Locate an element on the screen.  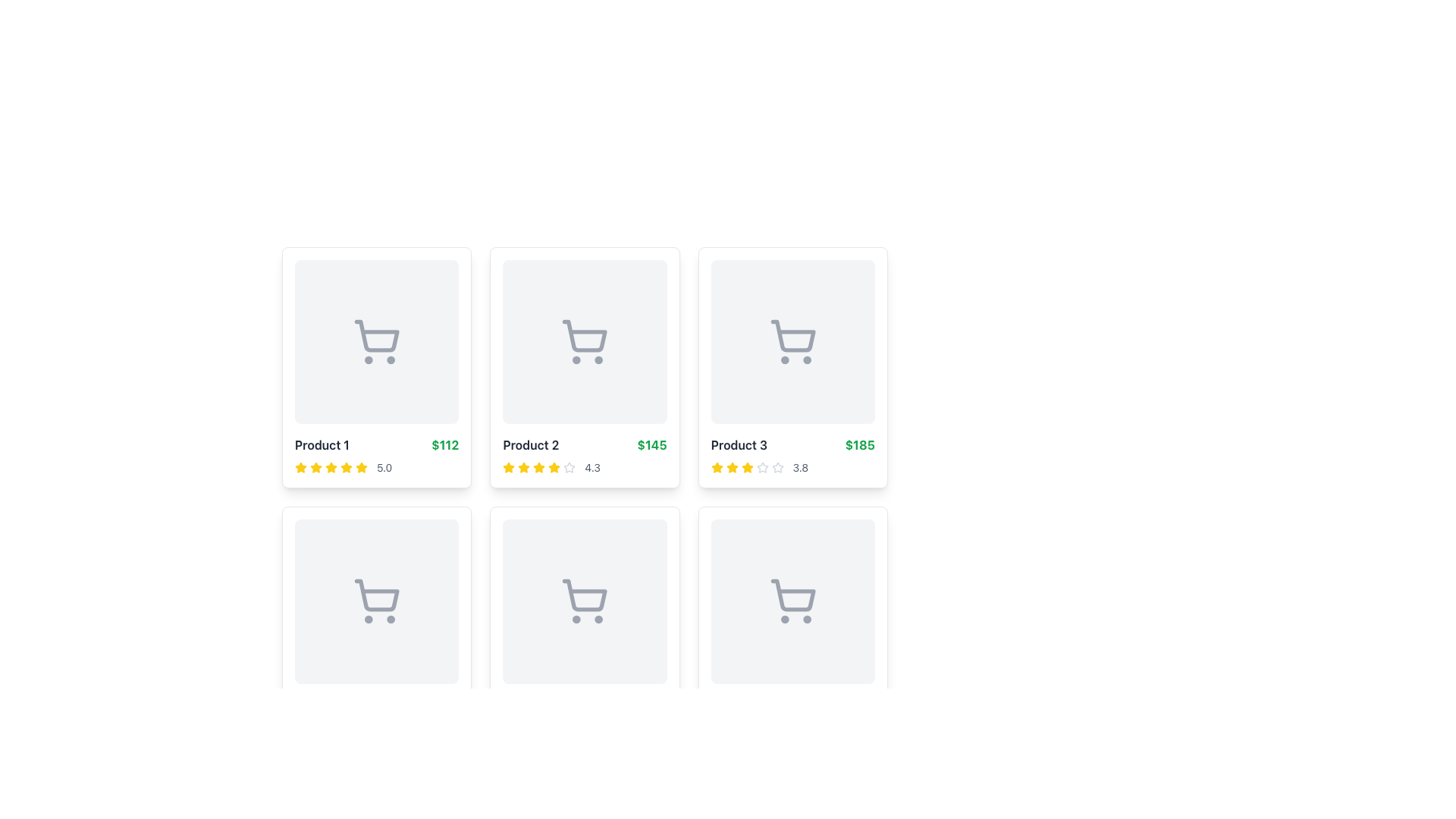
the third star icon in the rating system located below the 'Product 3' label and price is located at coordinates (747, 467).